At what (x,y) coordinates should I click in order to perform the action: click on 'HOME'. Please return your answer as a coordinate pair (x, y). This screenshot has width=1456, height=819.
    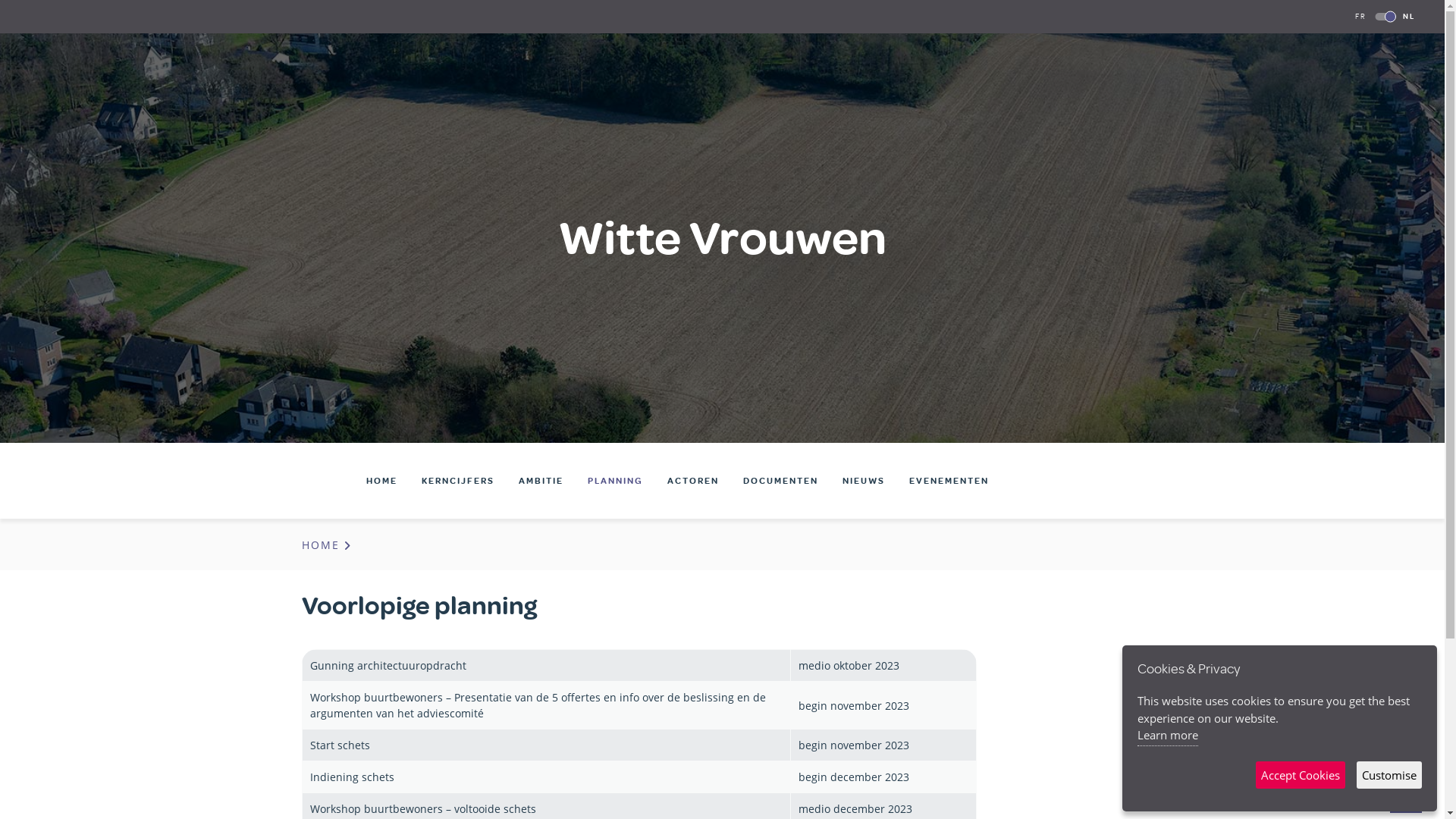
    Looking at the image, I should click on (327, 544).